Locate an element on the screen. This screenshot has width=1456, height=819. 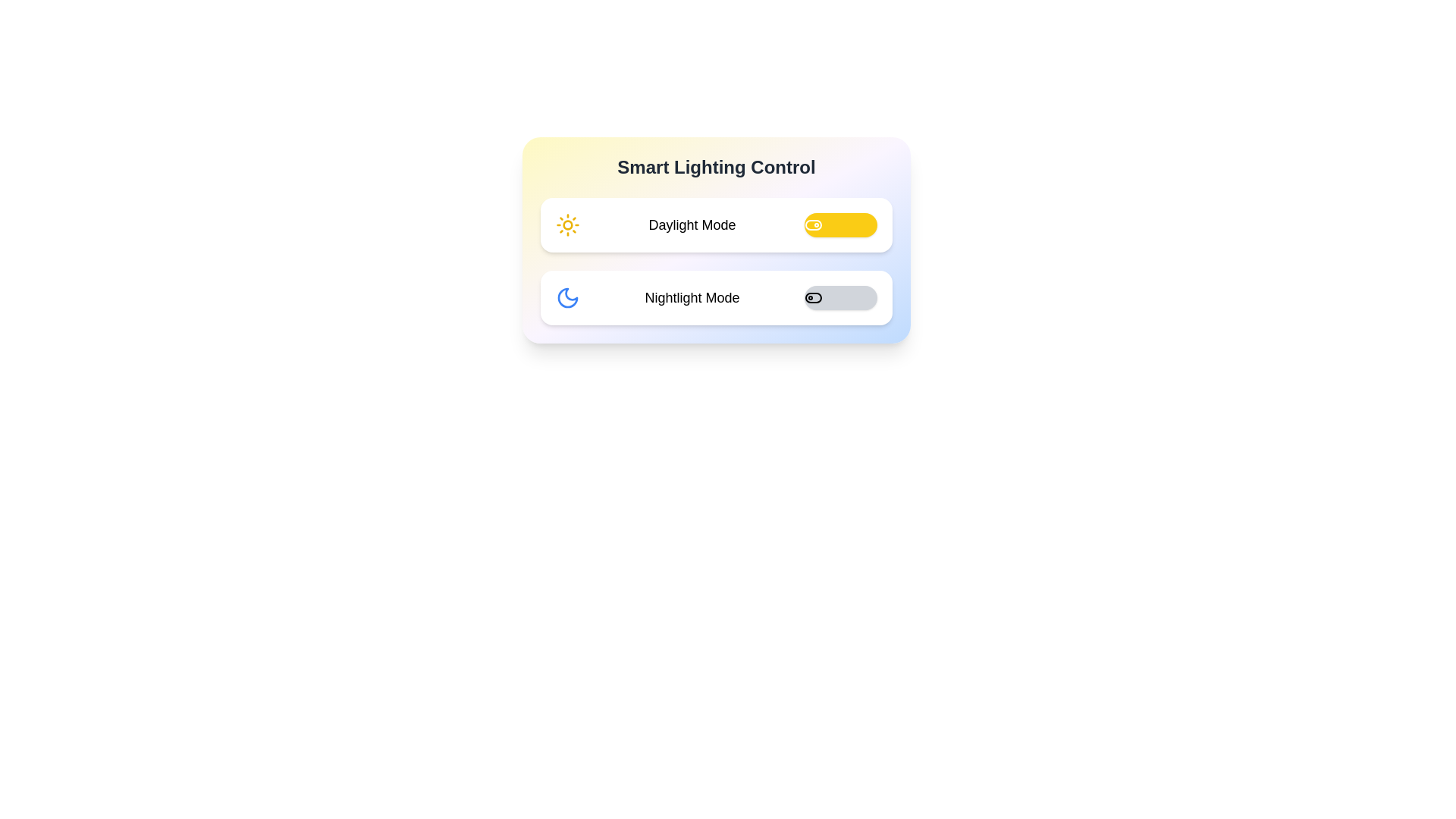
the static background of the toggle switch for the 'Daylight Mode' option is located at coordinates (813, 225).